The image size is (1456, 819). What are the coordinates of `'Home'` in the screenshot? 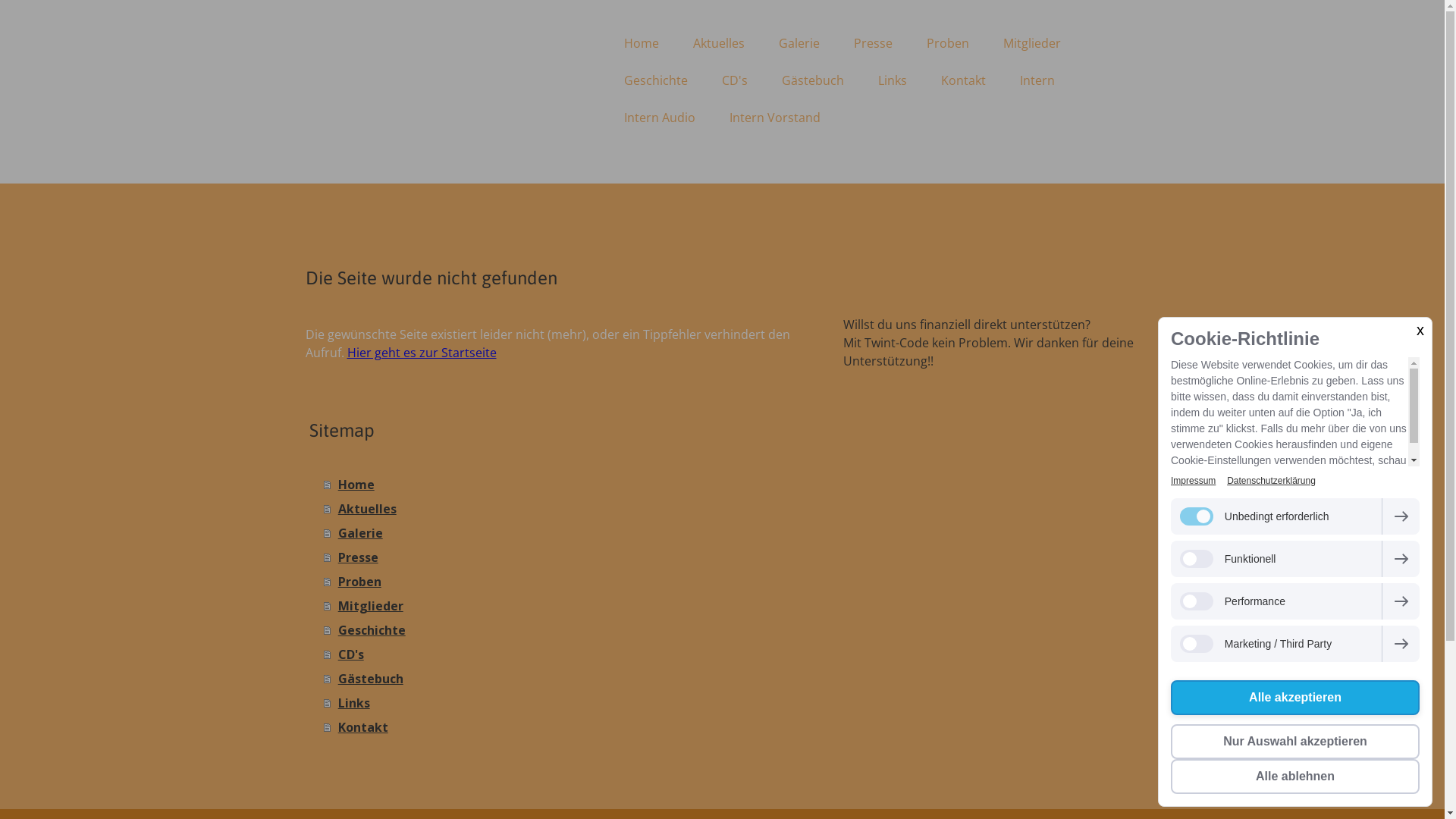 It's located at (640, 42).